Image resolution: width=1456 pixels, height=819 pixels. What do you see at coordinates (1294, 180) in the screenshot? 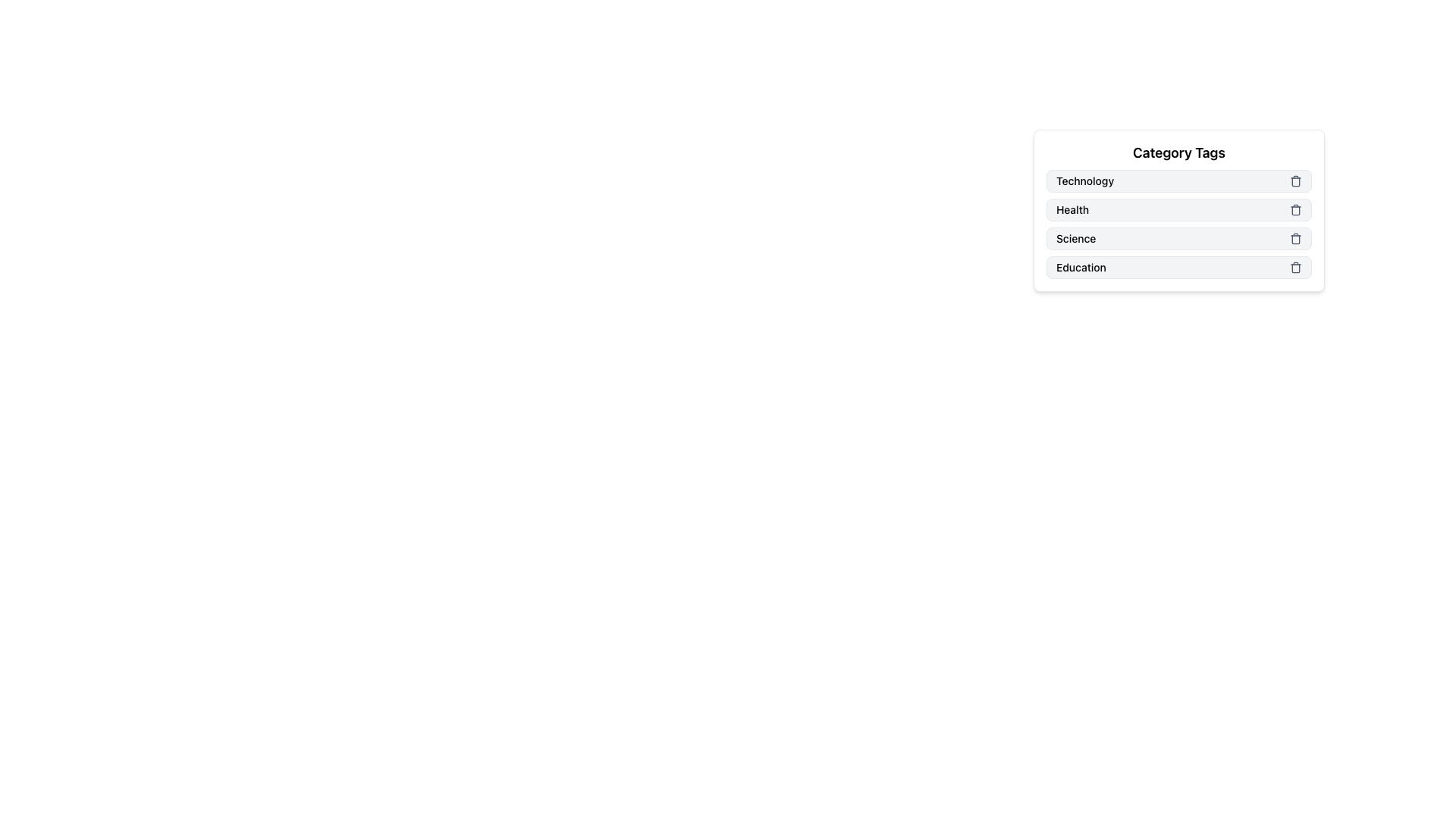
I see `the trash can icon, which serves as the delete button for the 'Technology' tag` at bounding box center [1294, 180].